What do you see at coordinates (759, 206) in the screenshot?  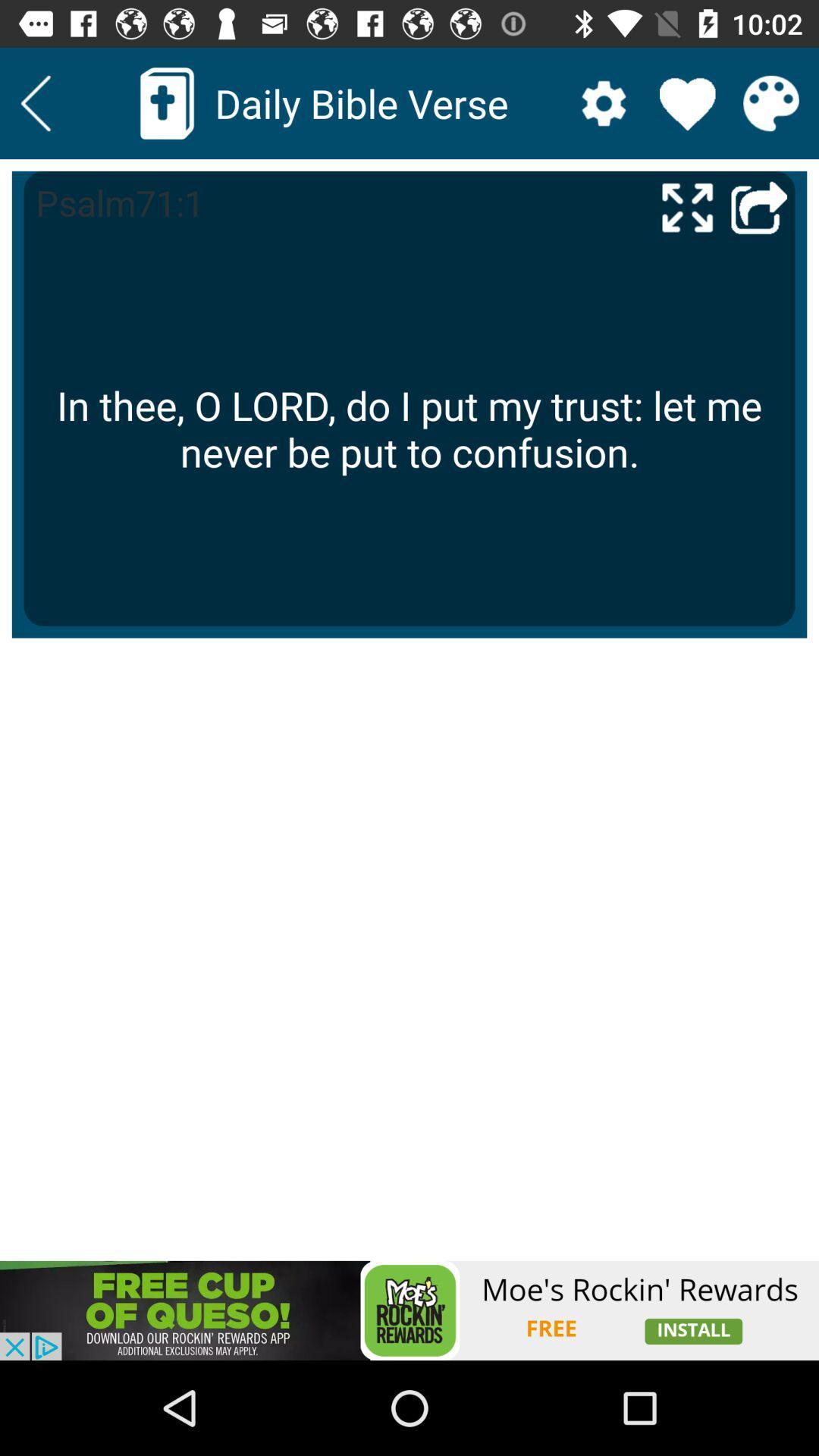 I see `share` at bounding box center [759, 206].